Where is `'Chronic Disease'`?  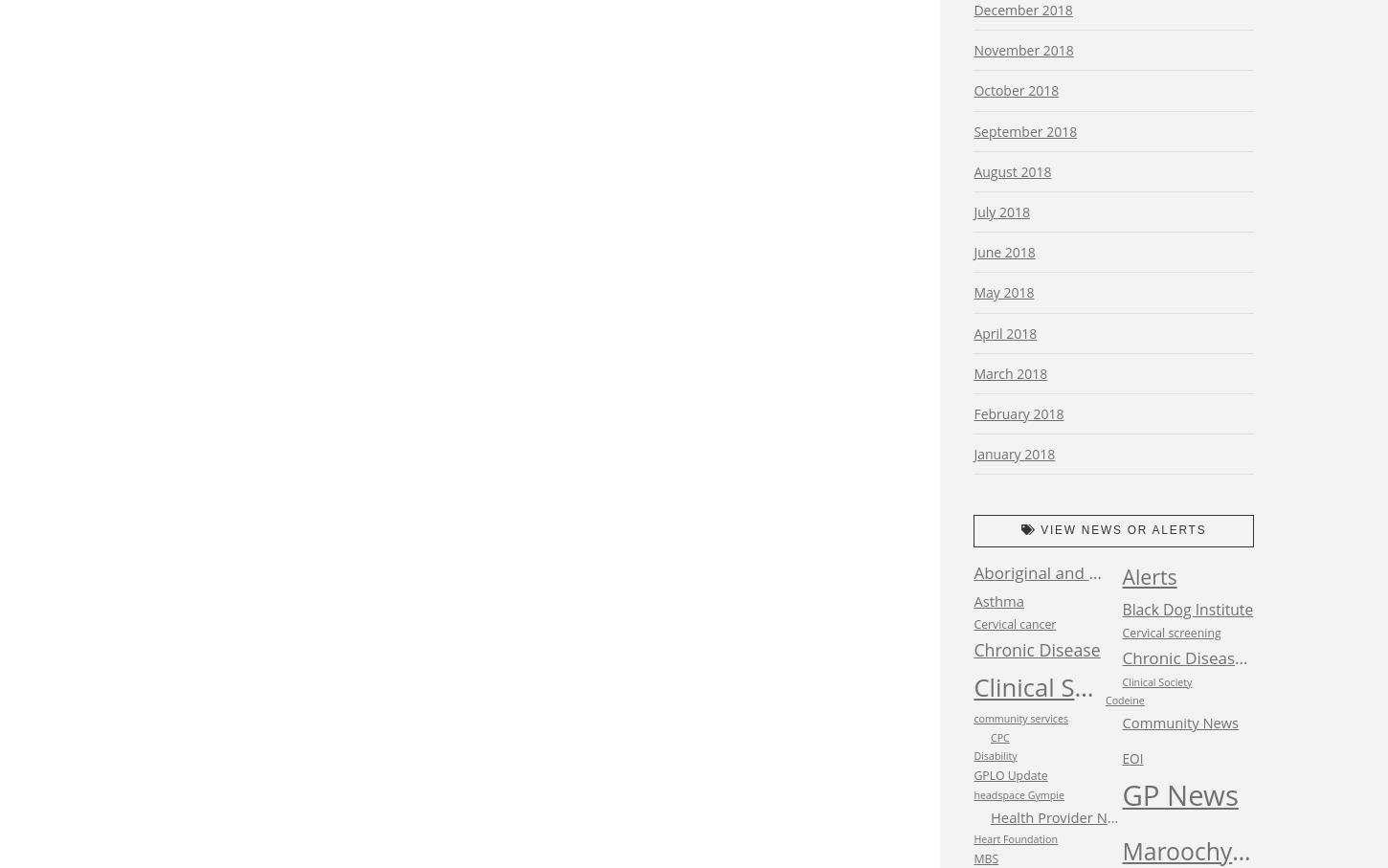
'Chronic Disease' is located at coordinates (974, 647).